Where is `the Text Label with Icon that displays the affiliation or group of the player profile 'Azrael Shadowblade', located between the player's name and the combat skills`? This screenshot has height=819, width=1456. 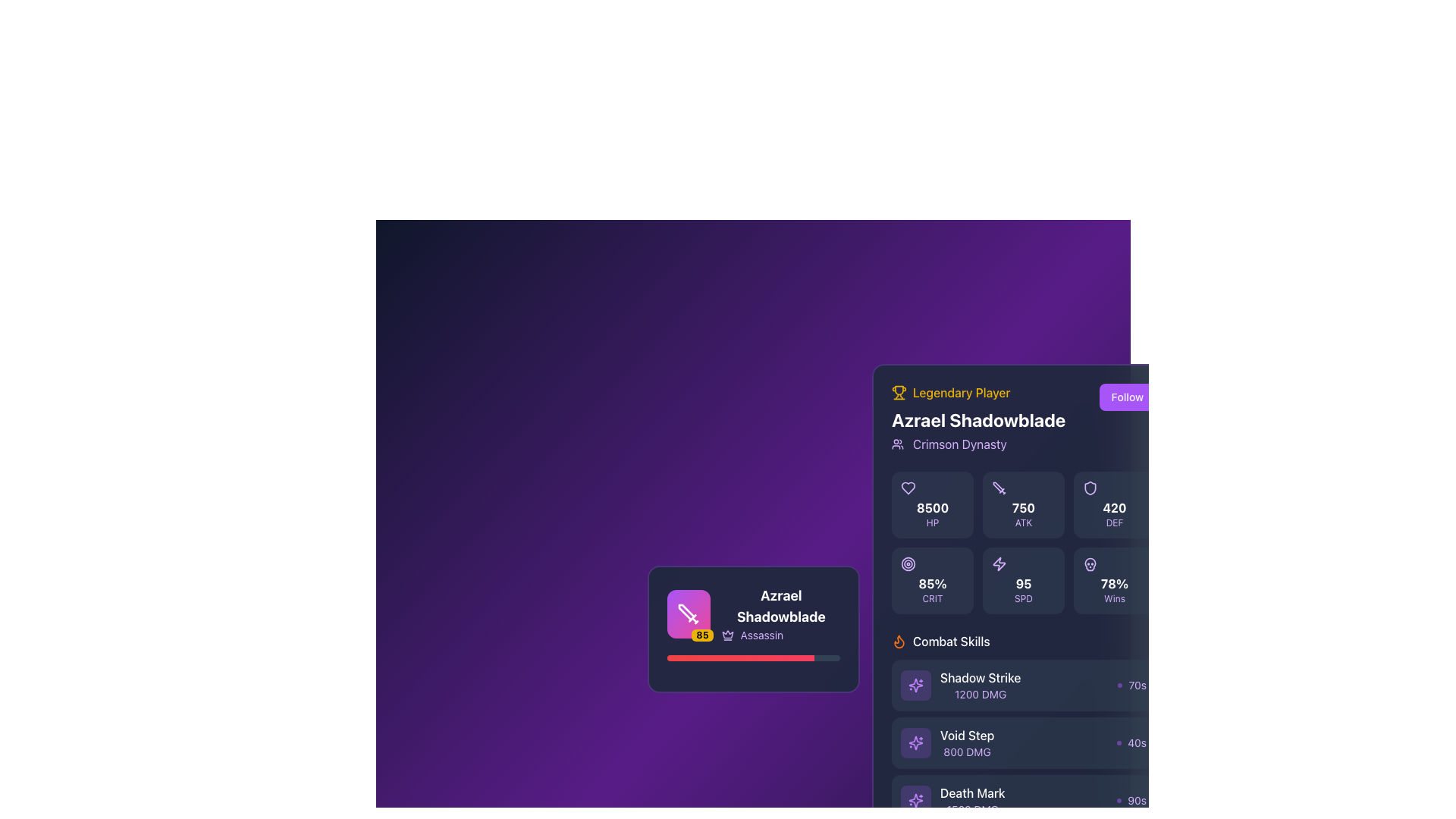
the Text Label with Icon that displays the affiliation or group of the player profile 'Azrael Shadowblade', located between the player's name and the combat skills is located at coordinates (978, 444).